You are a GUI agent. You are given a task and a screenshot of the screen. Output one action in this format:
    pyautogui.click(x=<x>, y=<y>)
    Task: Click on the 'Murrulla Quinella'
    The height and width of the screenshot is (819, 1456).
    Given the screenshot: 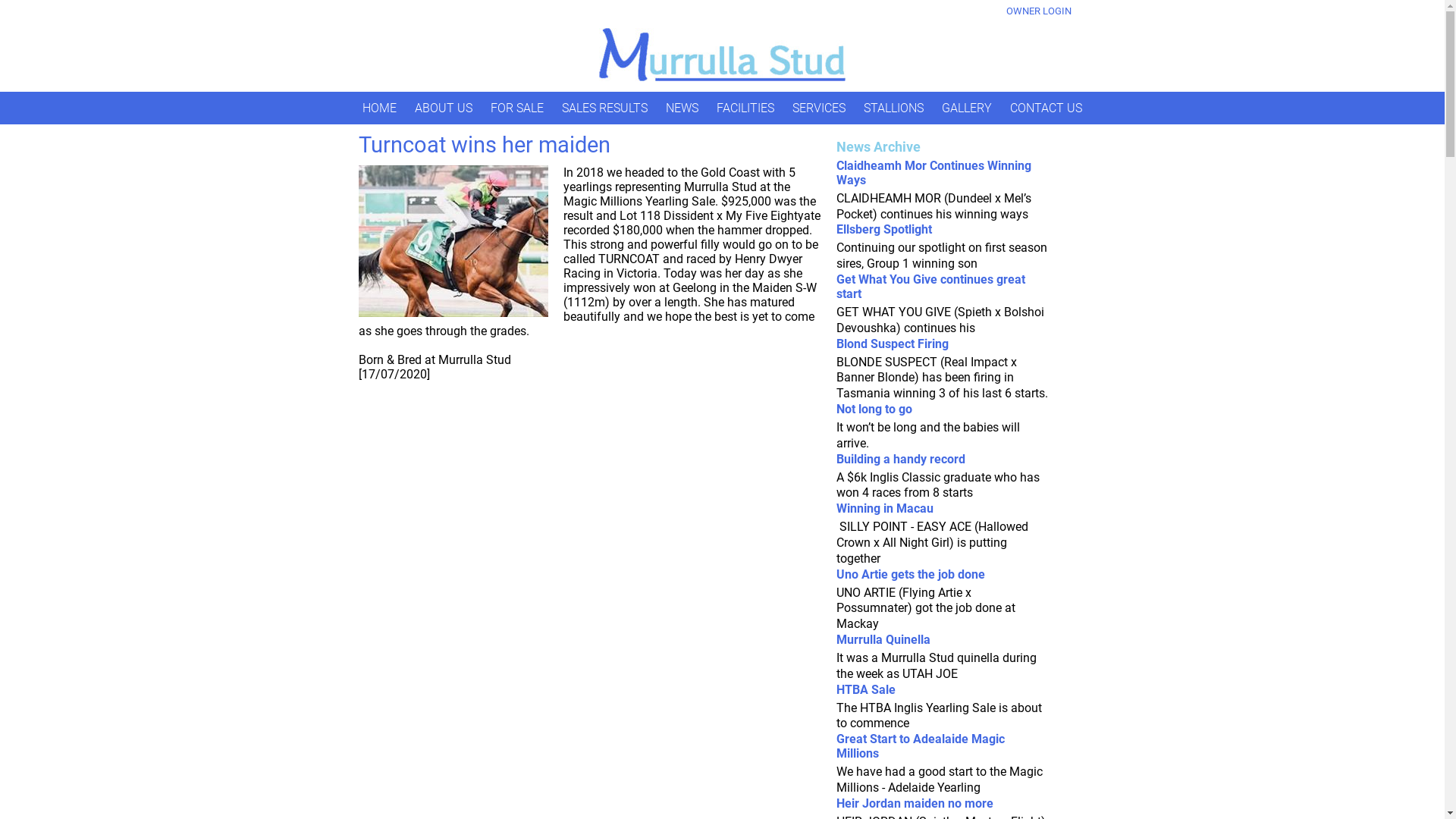 What is the action you would take?
    pyautogui.click(x=882, y=639)
    